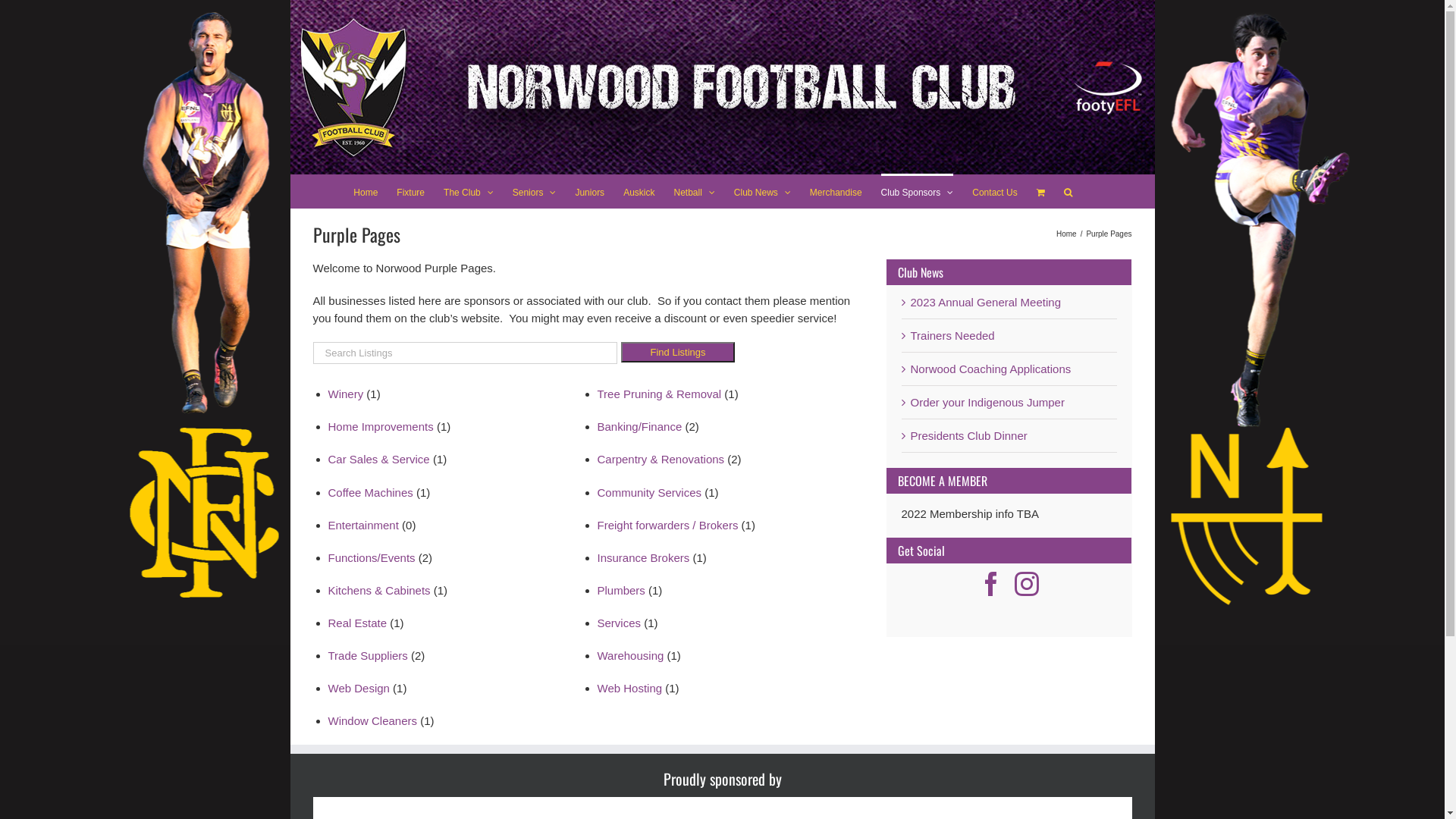  What do you see at coordinates (985, 302) in the screenshot?
I see `'2023 Annual General Meeting'` at bounding box center [985, 302].